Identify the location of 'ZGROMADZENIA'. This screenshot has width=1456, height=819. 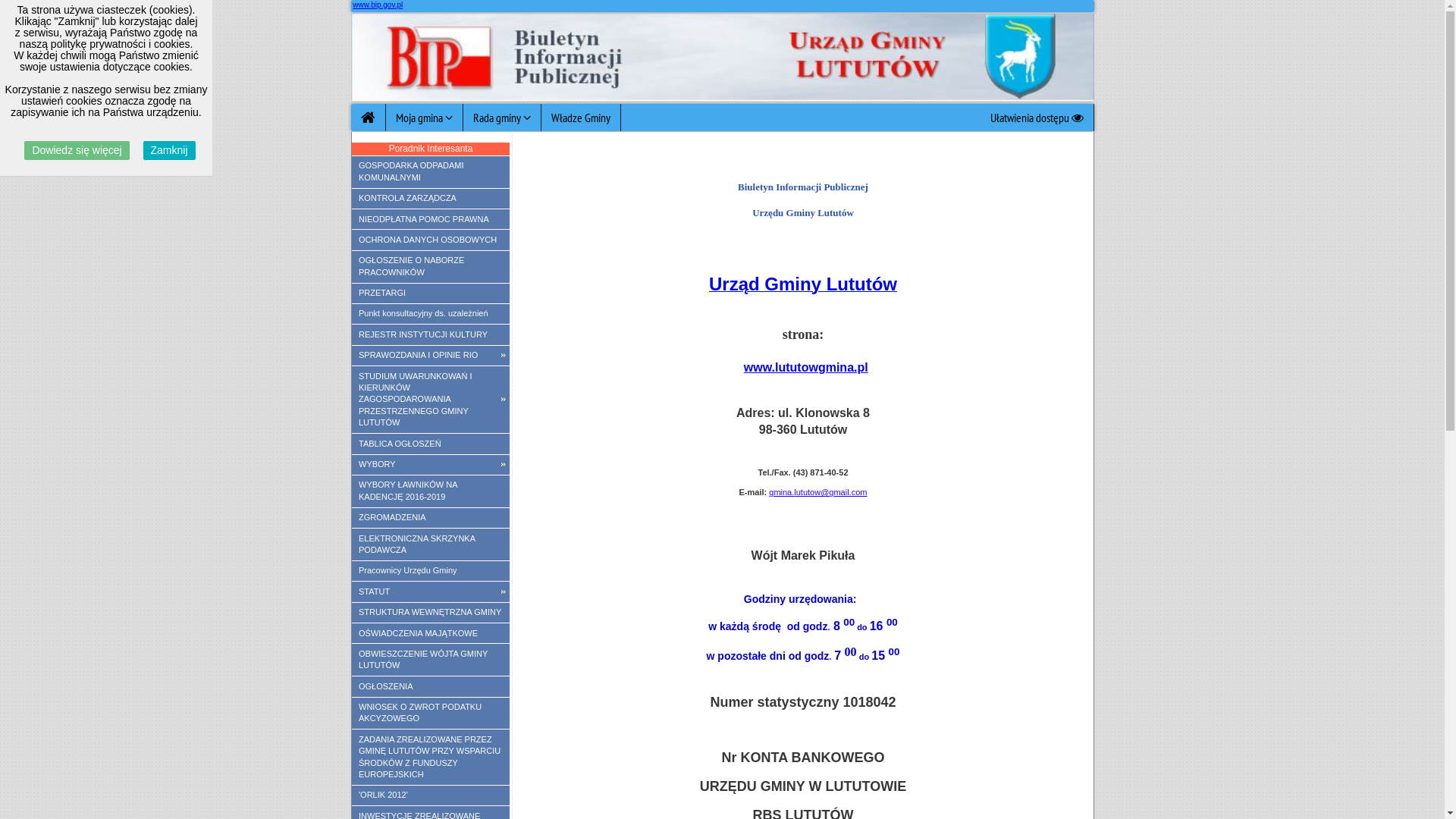
(351, 516).